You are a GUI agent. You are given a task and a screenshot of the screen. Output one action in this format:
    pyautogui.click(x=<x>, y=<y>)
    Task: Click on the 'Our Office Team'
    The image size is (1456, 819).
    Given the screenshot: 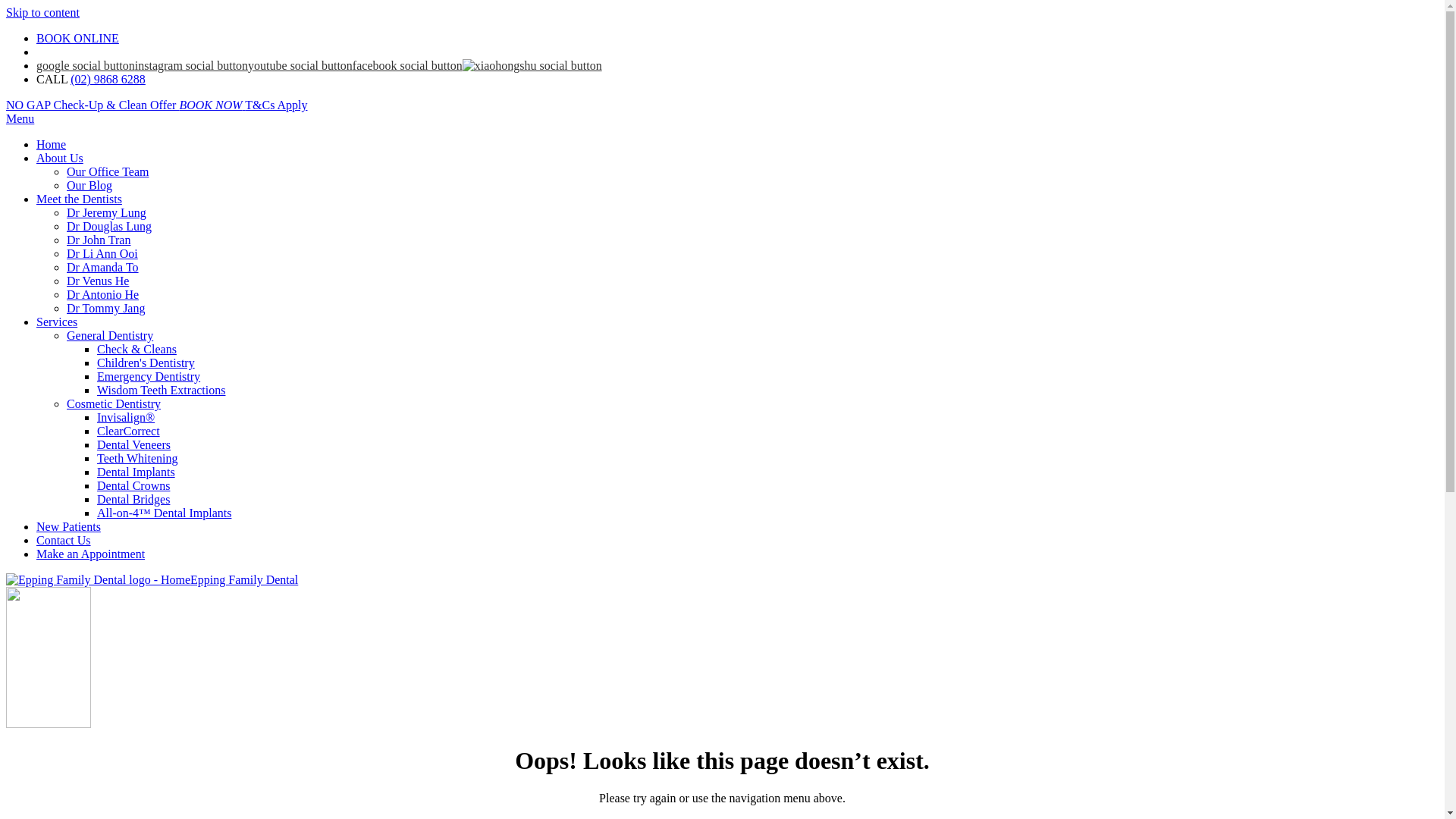 What is the action you would take?
    pyautogui.click(x=107, y=171)
    